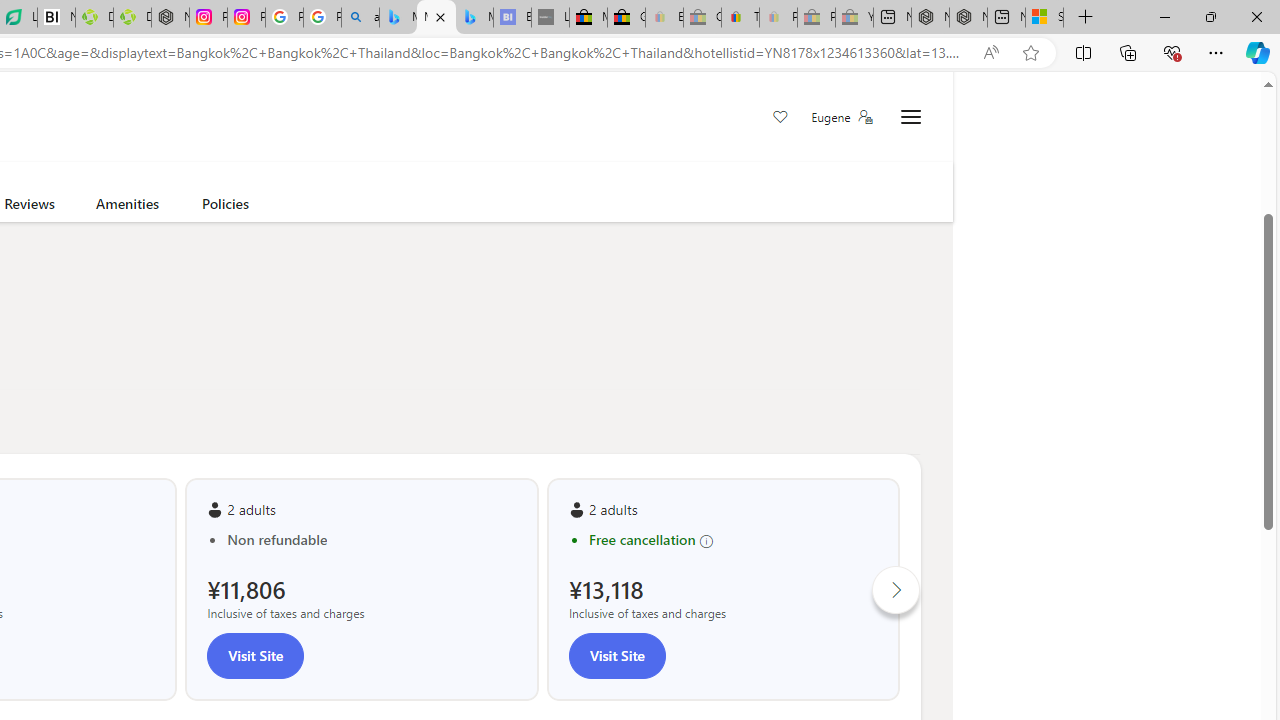 This screenshot has height=720, width=1280. What do you see at coordinates (126, 207) in the screenshot?
I see `'Amenities'` at bounding box center [126, 207].